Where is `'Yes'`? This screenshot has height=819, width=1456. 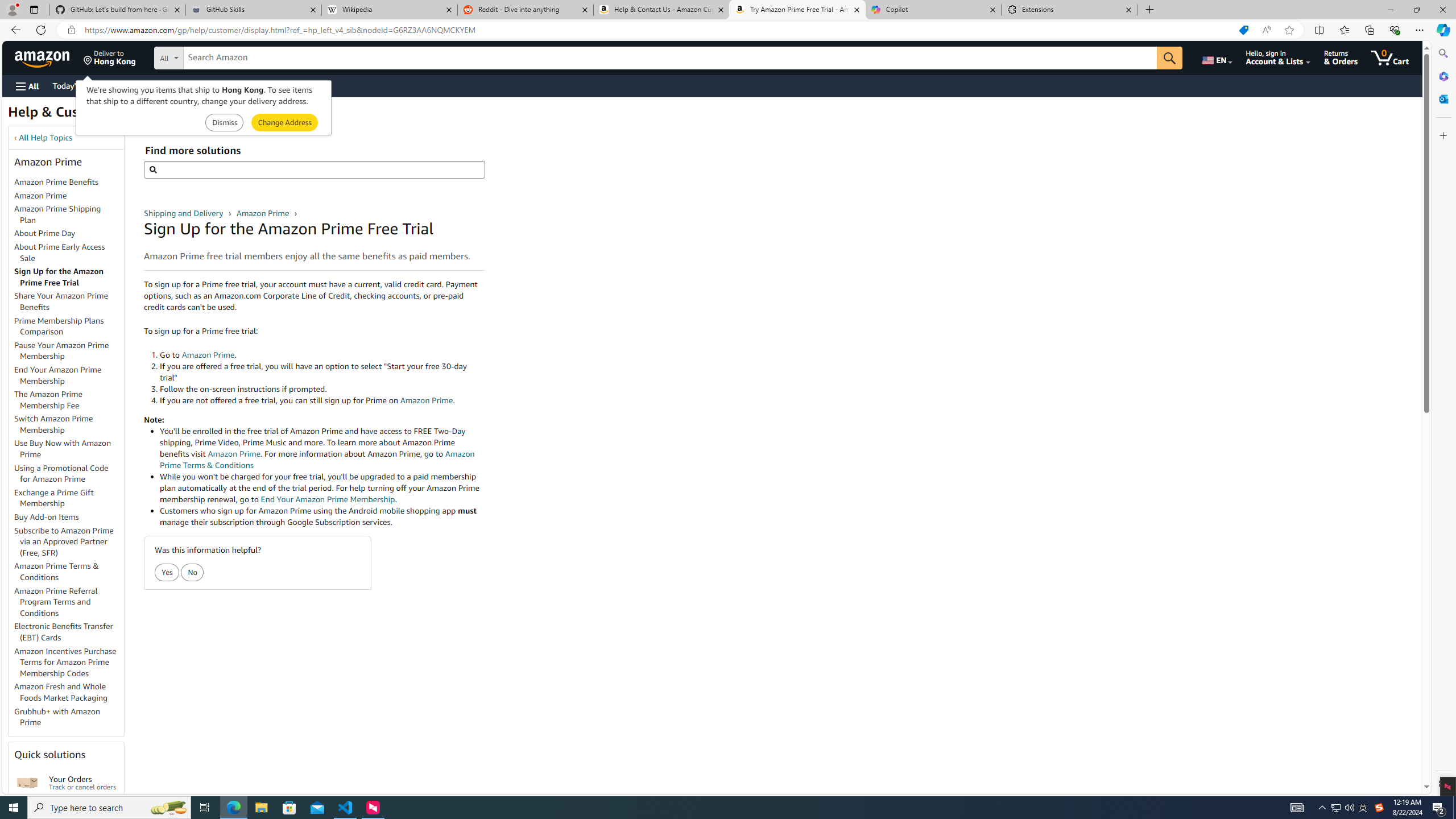
'Yes' is located at coordinates (167, 573).